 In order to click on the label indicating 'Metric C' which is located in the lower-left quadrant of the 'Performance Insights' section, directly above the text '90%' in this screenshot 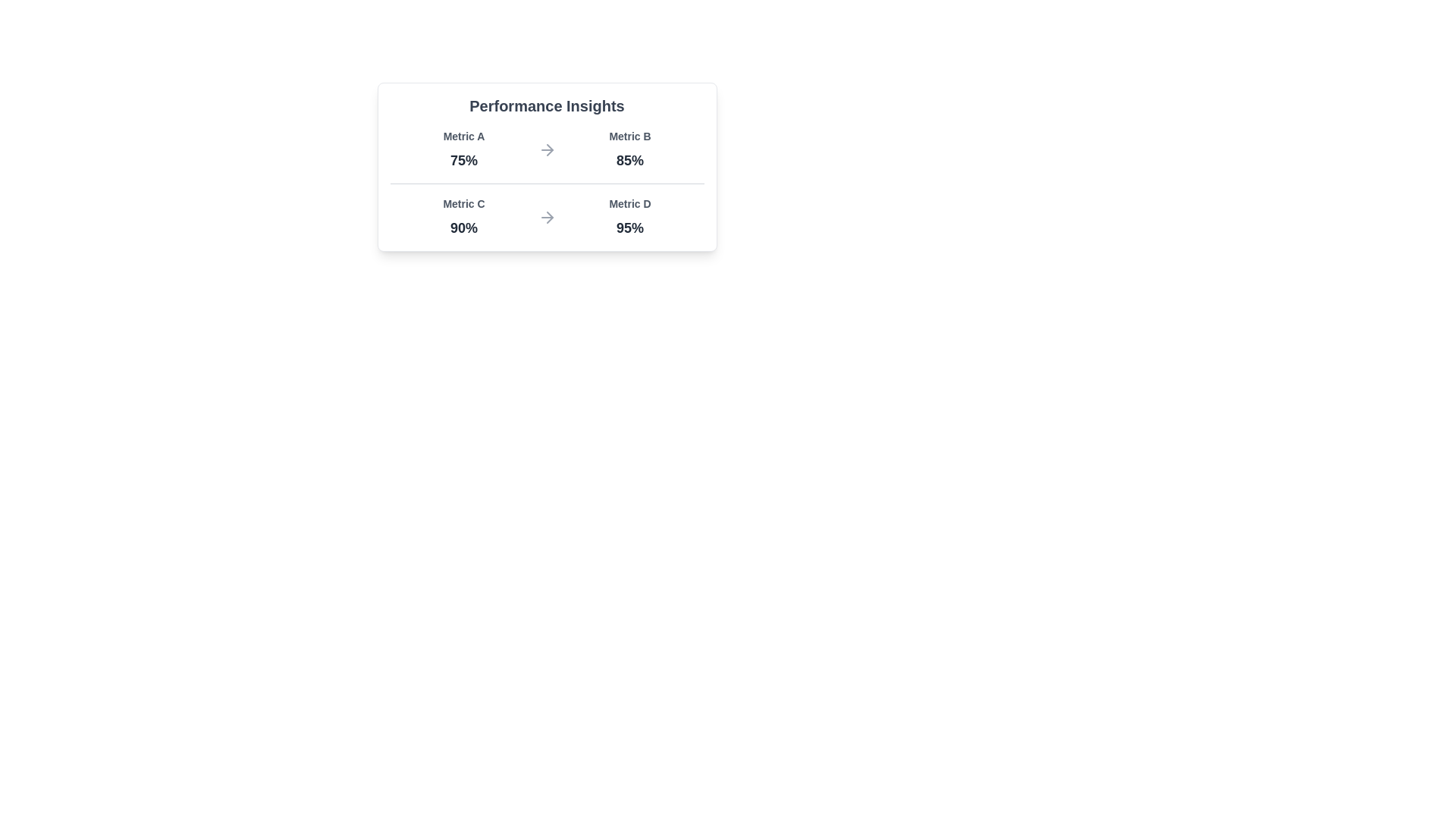, I will do `click(463, 203)`.